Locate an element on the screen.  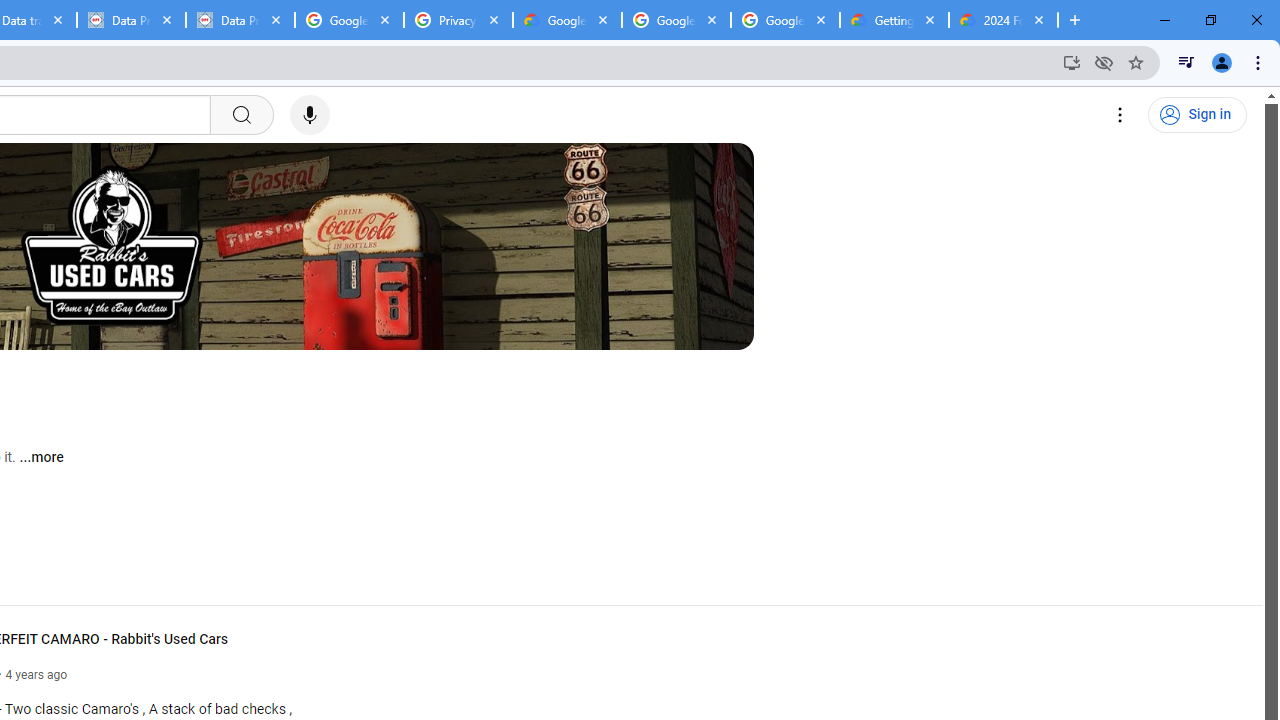
'Install YouTube' is located at coordinates (1071, 61).